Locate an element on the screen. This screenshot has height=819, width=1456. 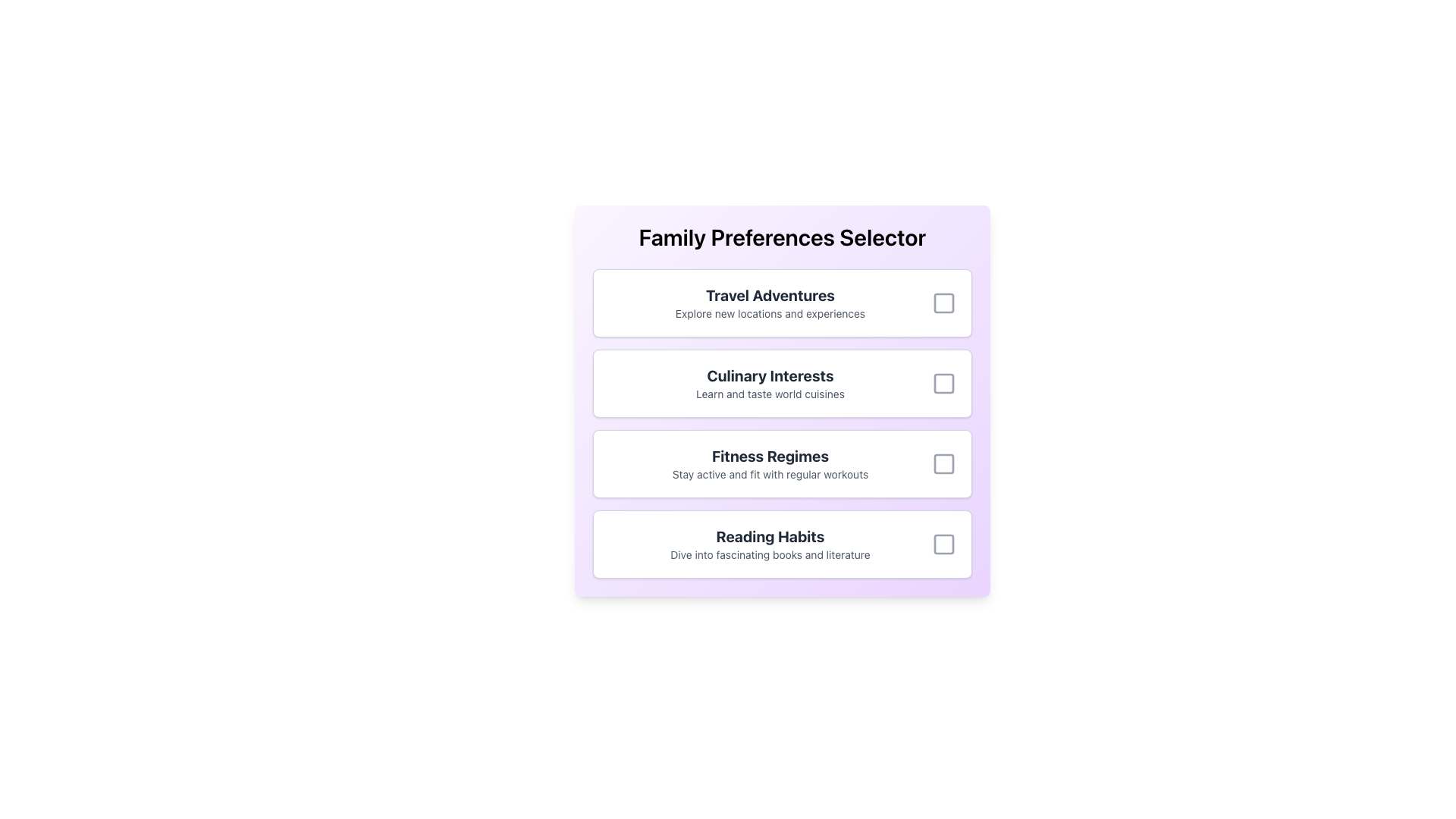
the 'Reading Habits' selectable card option, which is the fourth option in the list with a white background and bold title is located at coordinates (783, 543).